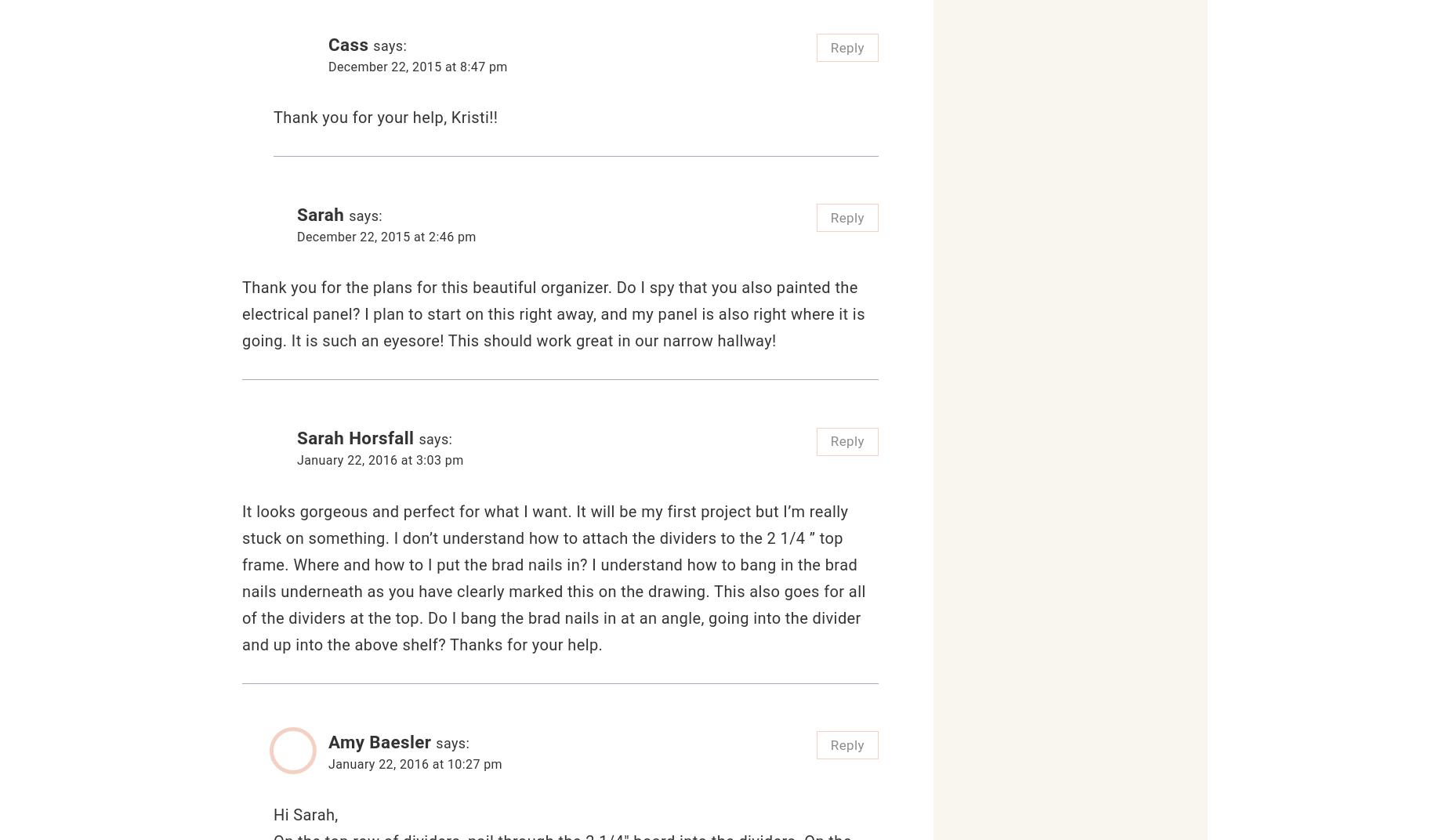  I want to click on 'It looks gorgeous and perfect for what I want.  It will be my first project but I’m really stuck on something.  I don’t understand how to attach the dividers to the 2 1/4 ” top frame.  Where and how to I put the brad nails in?  I understand how to bang in the brad nails underneath as you have clearly marked this on the drawing.  This also goes for all of the dividers at the top.  Do I bang the brad nails in at an angle, going into the divider and up into the above shelf?  Thanks for your help.', so click(553, 577).